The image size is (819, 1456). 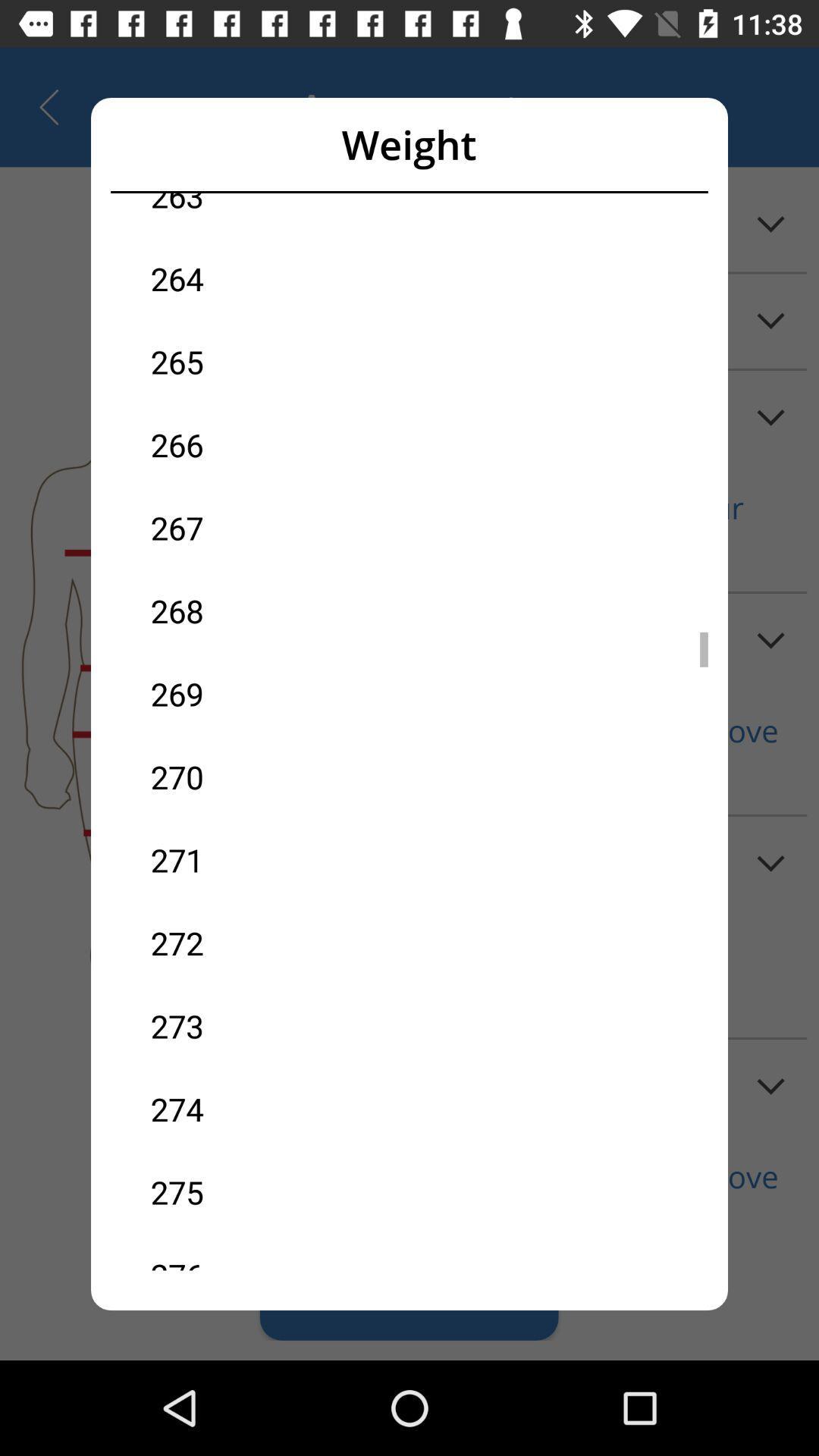 I want to click on the icon above 270 icon, so click(x=280, y=693).